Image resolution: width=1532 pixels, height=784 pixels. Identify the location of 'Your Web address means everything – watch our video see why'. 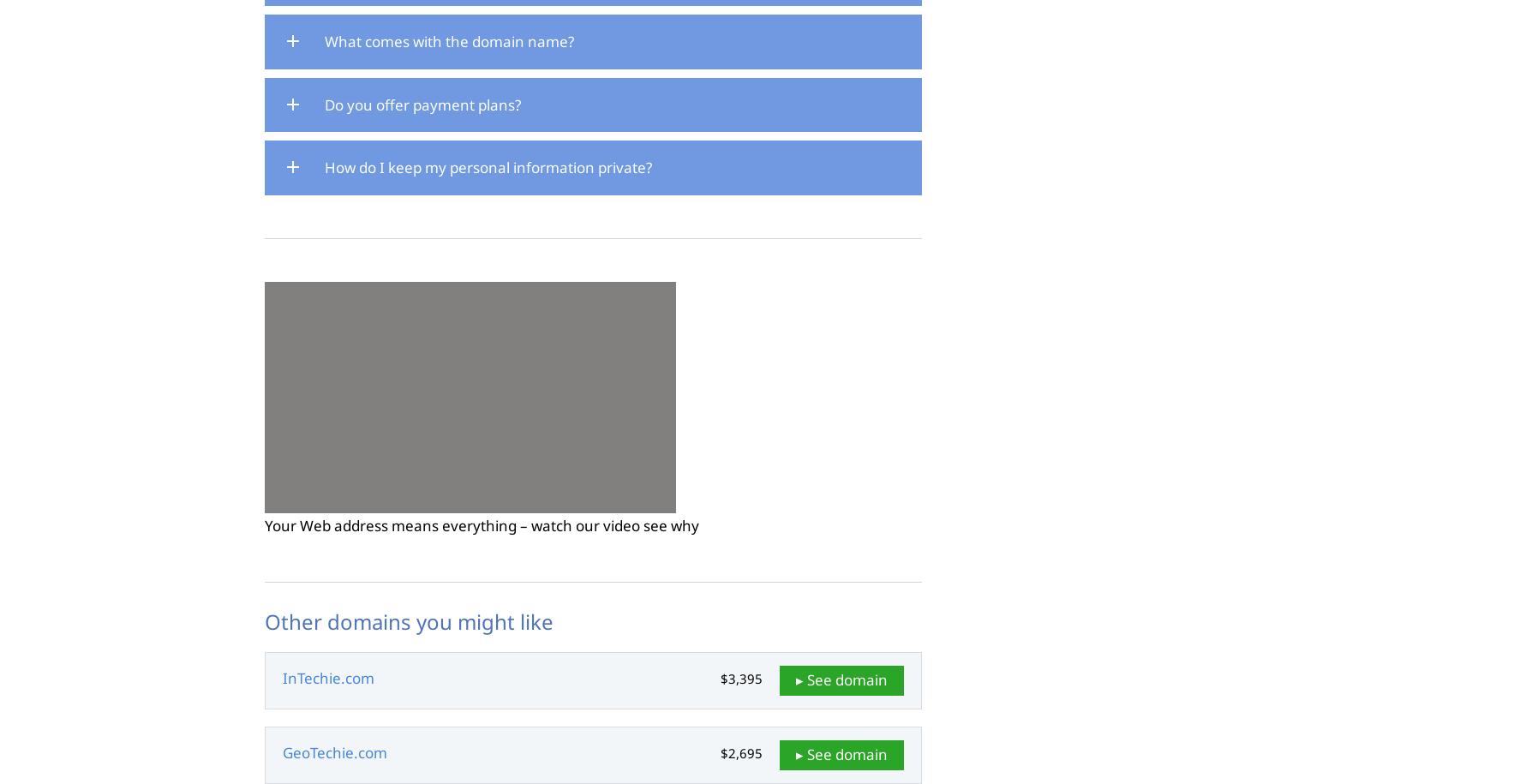
(482, 525).